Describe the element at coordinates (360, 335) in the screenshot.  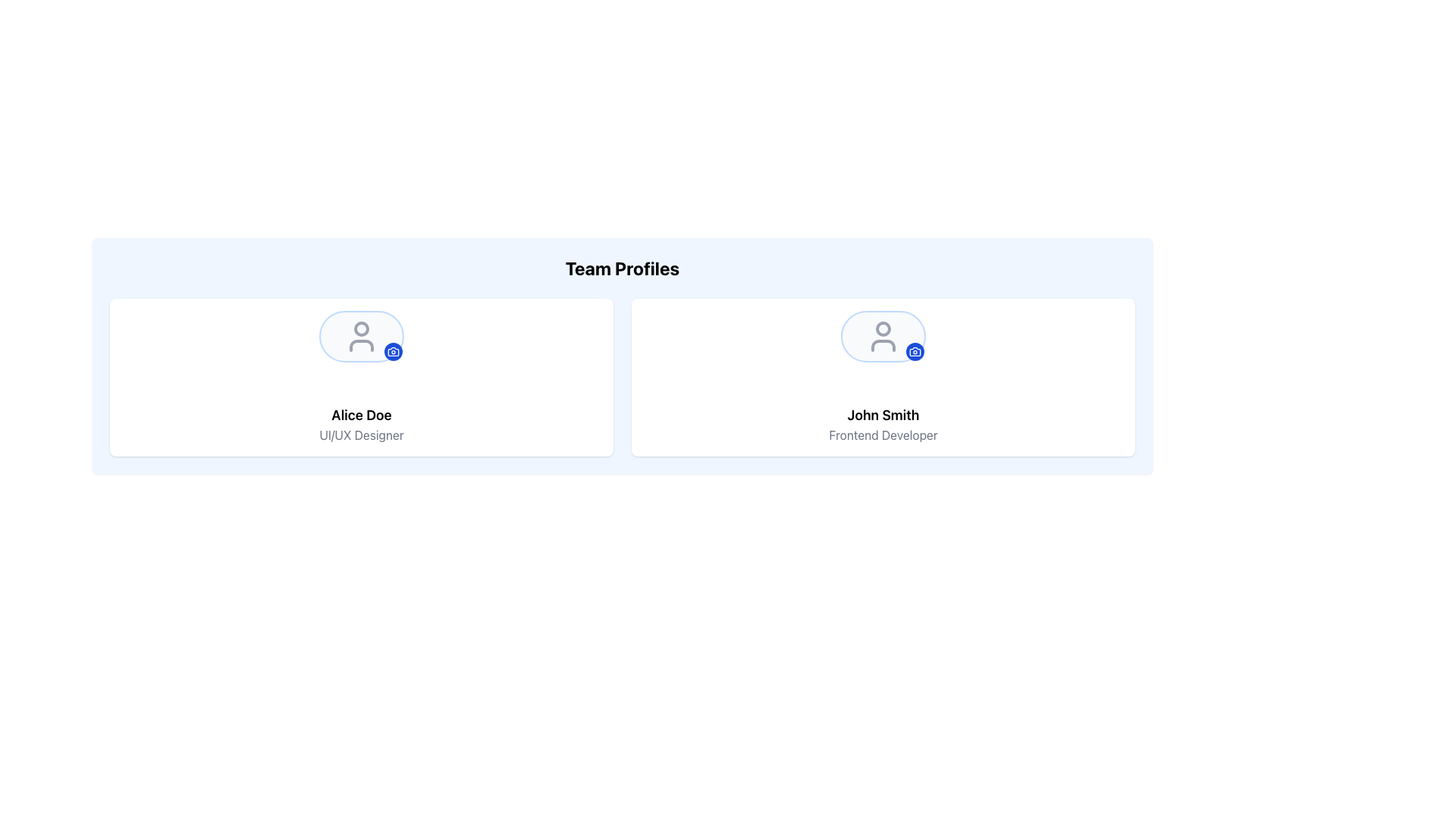
I see `the Avatar element with a blue border and a light gray background, featuring a user icon and a small blue button with a camera icon, located` at that location.